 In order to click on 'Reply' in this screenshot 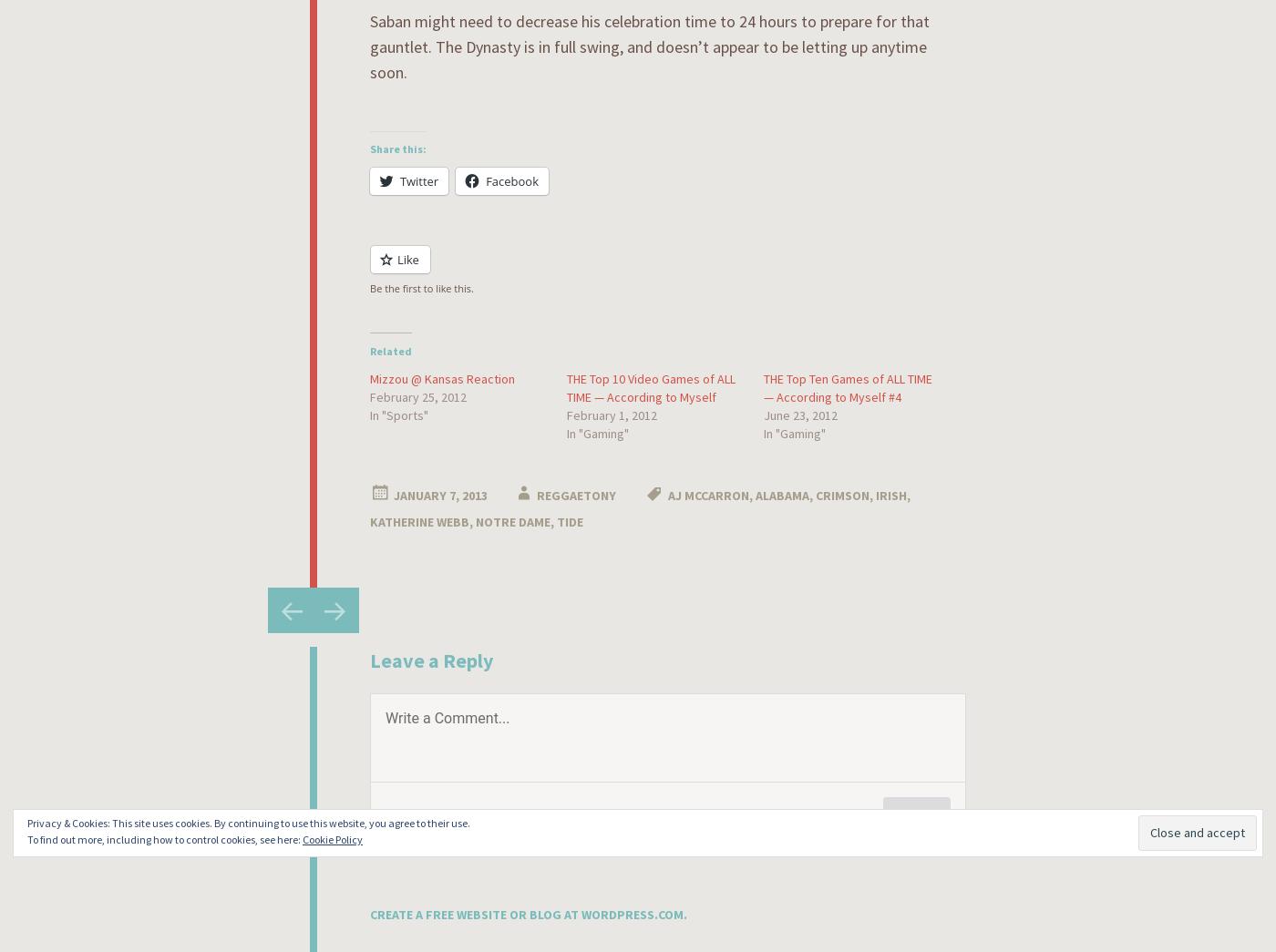, I will do `click(916, 815)`.